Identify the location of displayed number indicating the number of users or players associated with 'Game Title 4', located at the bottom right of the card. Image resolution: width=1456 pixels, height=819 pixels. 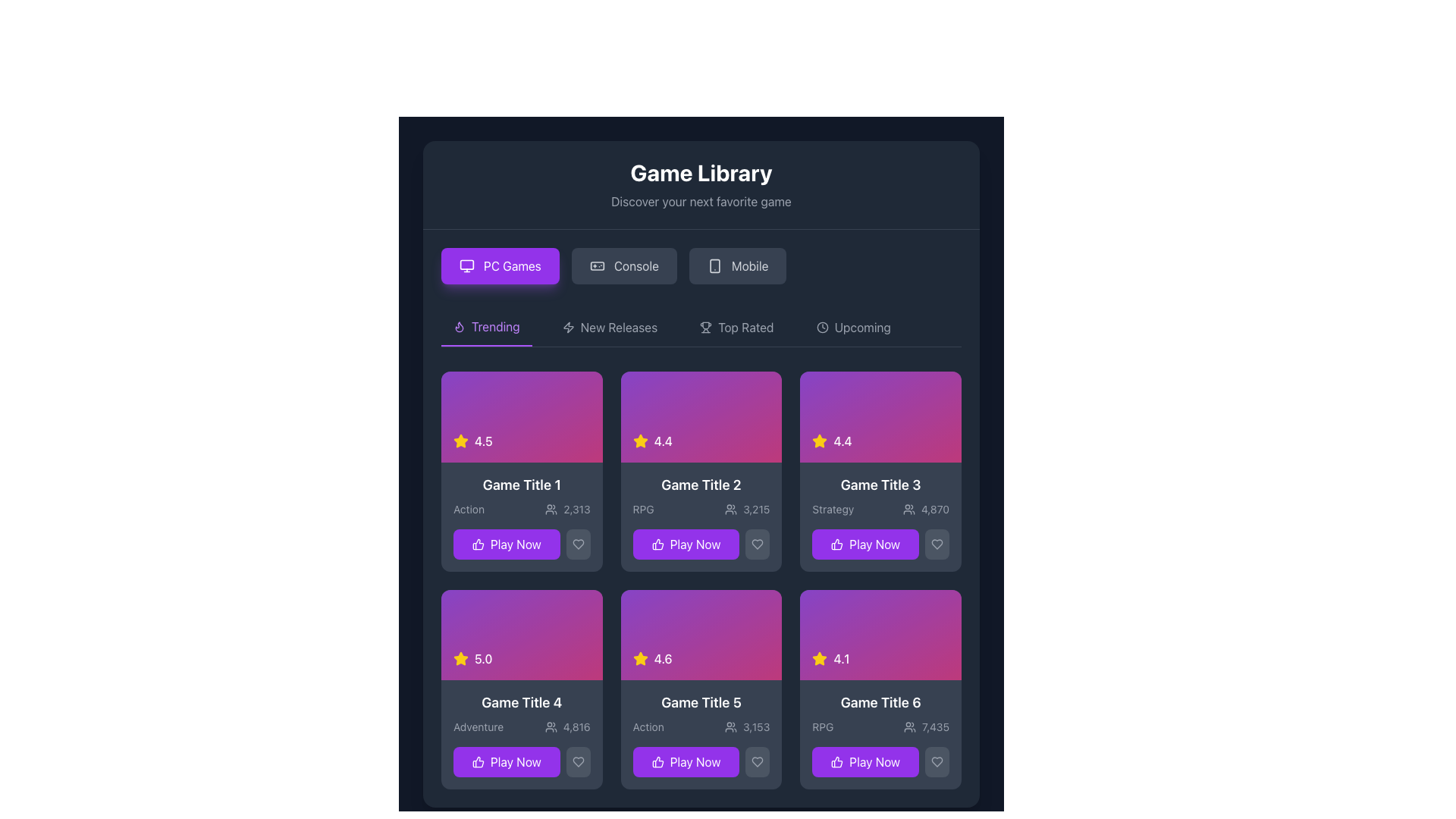
(576, 726).